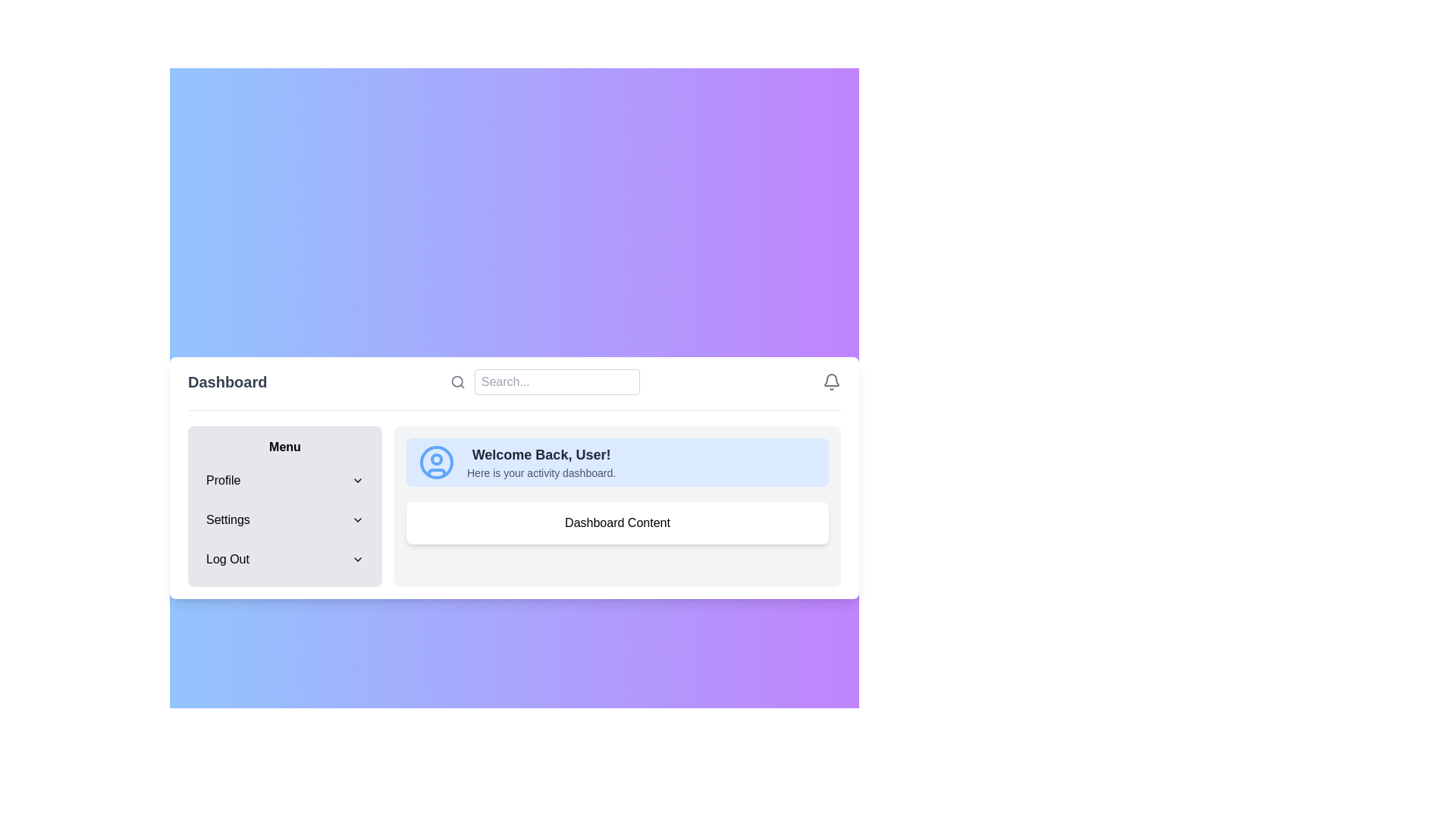 The height and width of the screenshot is (819, 1456). What do you see at coordinates (436, 461) in the screenshot?
I see `the user icon styled as a circular avatar, which is blue and serves as a profile representation indicator, located to the left of the text 'Welcome Back, User!'` at bounding box center [436, 461].